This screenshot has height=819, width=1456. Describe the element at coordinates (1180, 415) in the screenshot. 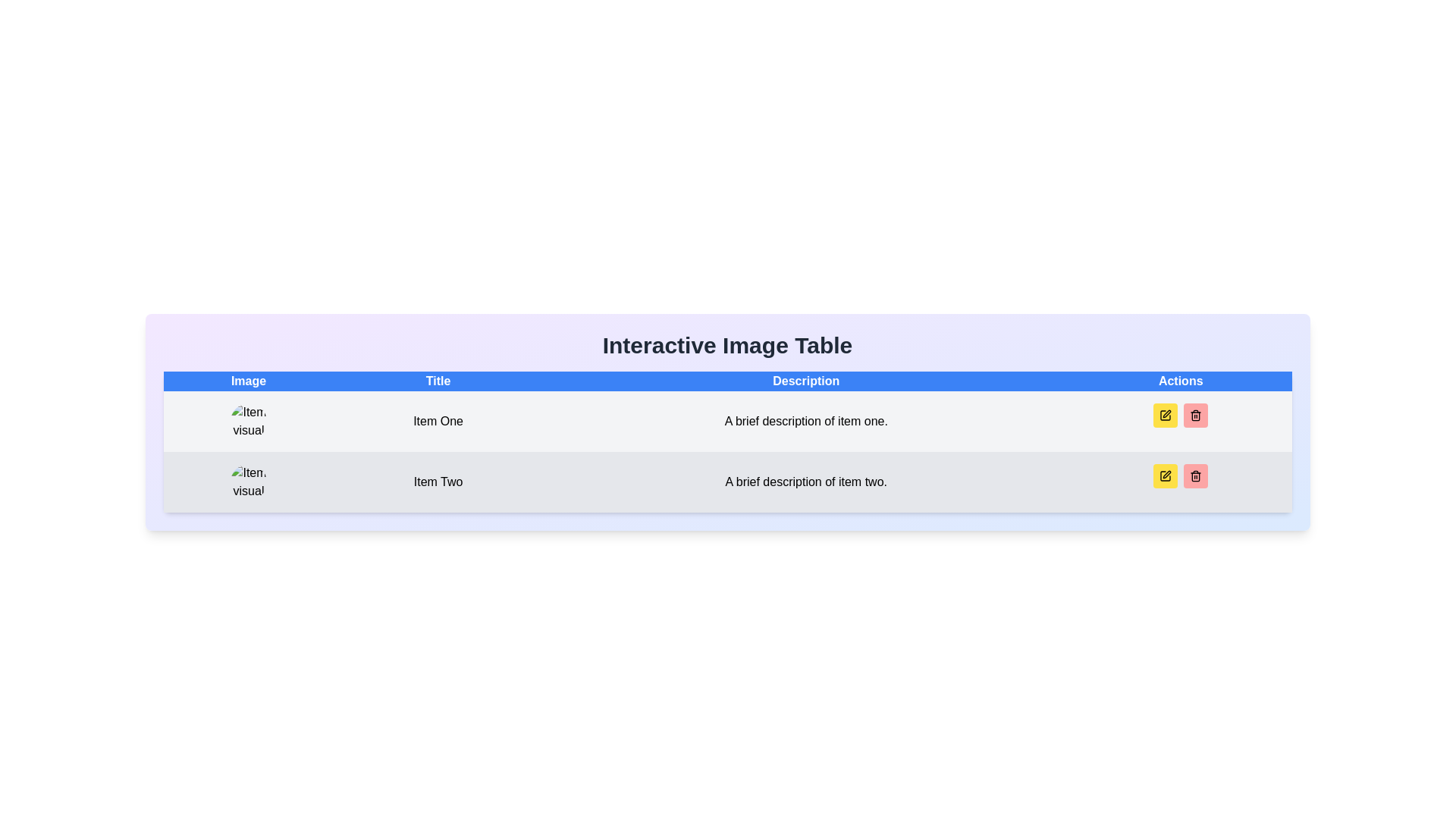

I see `the delete button with a red background and trash icon located in the Interactive controls group in the 'Actions' column of the first row` at that location.